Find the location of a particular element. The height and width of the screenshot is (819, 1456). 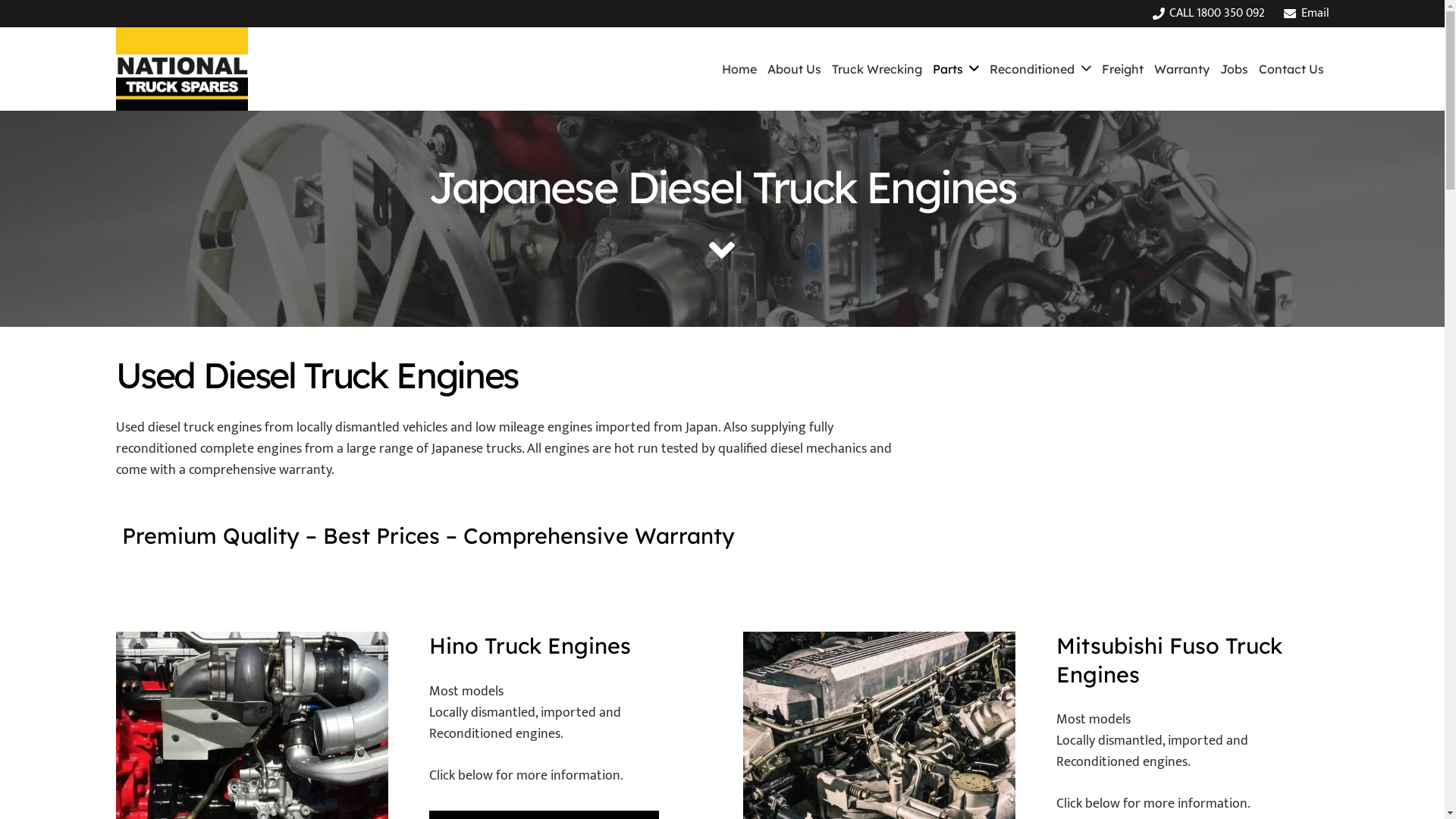

'Contact Us' is located at coordinates (1290, 69).